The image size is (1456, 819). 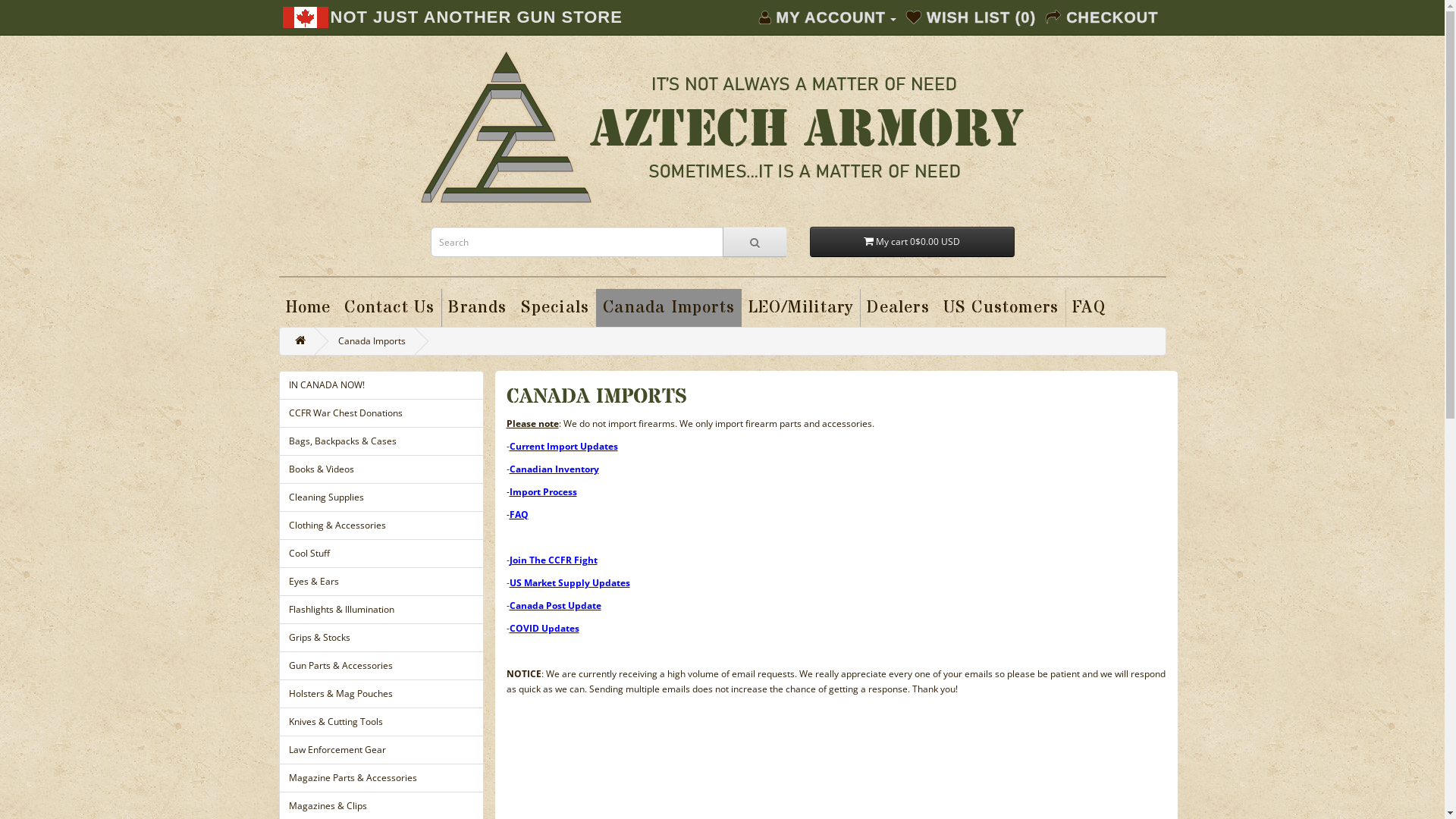 I want to click on 'Bags, Backpacks & Cases', so click(x=381, y=441).